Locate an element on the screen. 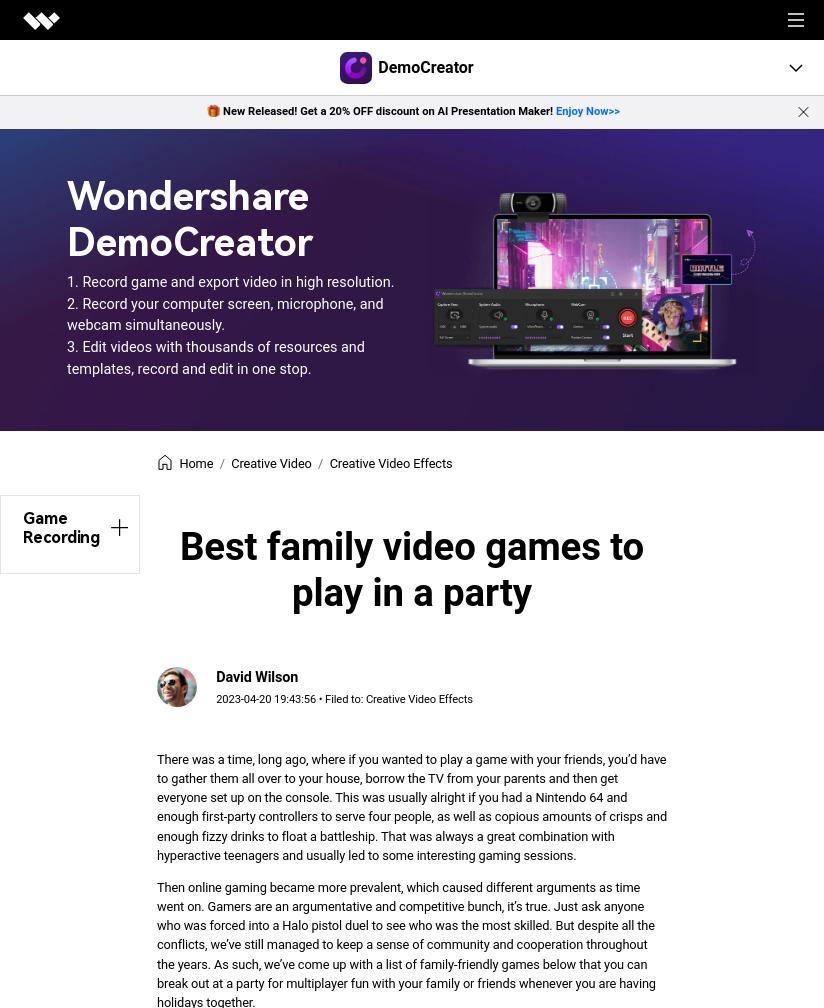 The image size is (824, 1008). 'New Released! Get a 20% OFF discount on AI Presentation Maker!' is located at coordinates (389, 111).